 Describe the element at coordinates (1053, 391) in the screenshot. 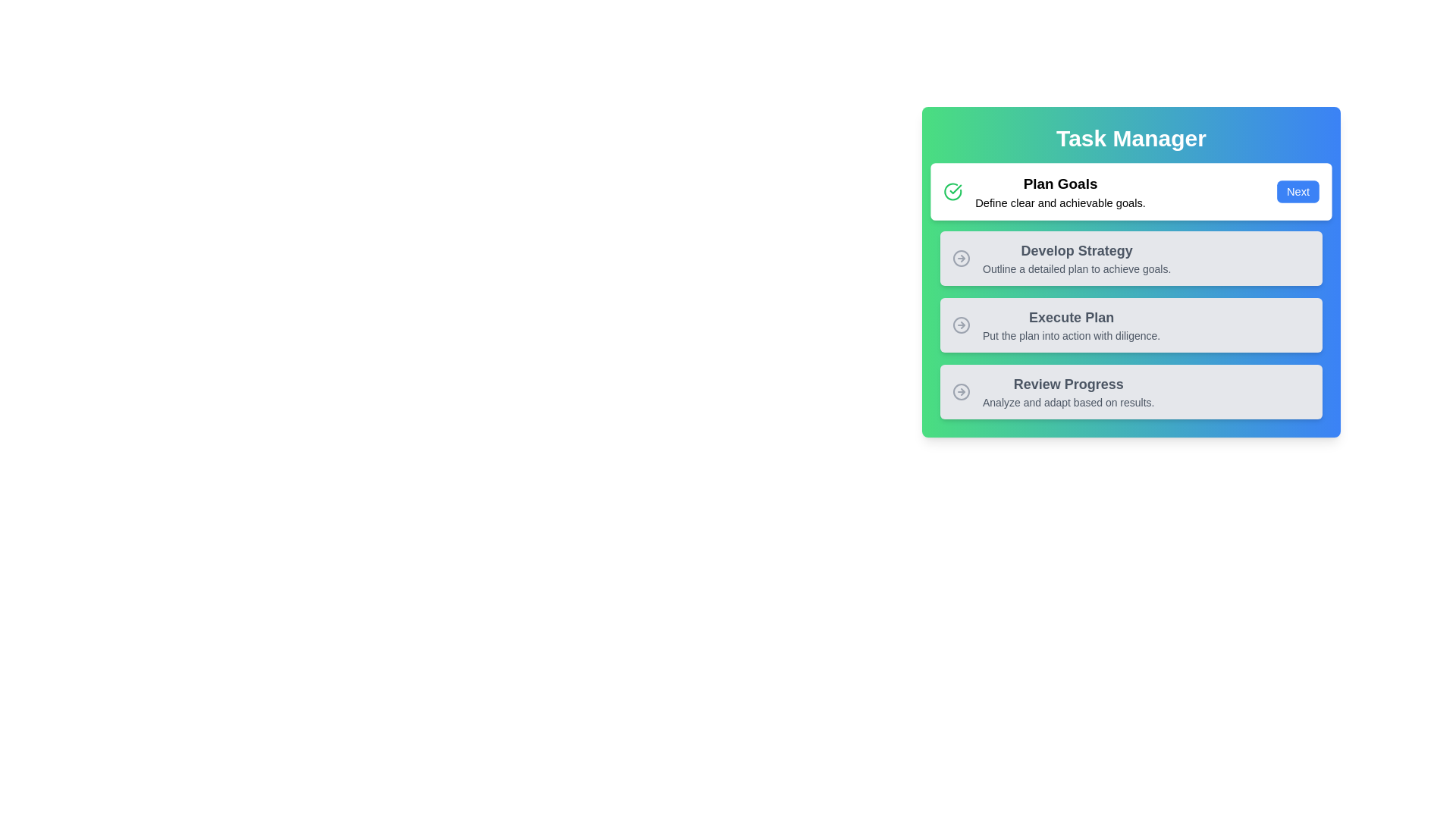

I see `the list item titled 'Review Progress' in the Task Manager` at that location.